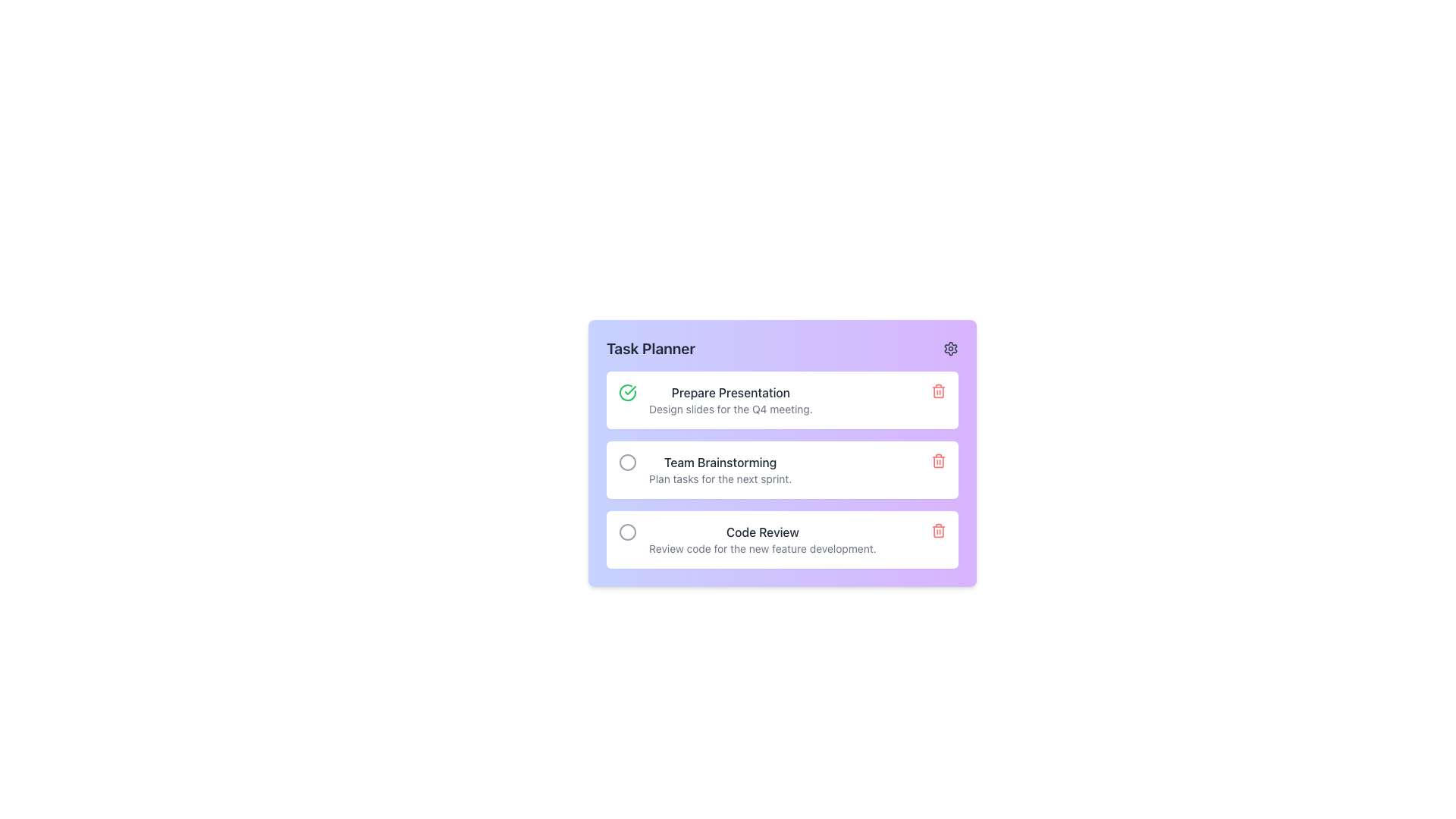  Describe the element at coordinates (628, 532) in the screenshot. I see `the circular icon with a gray outline located in the leftmost position within the third task row under the 'Code Review' task title` at that location.